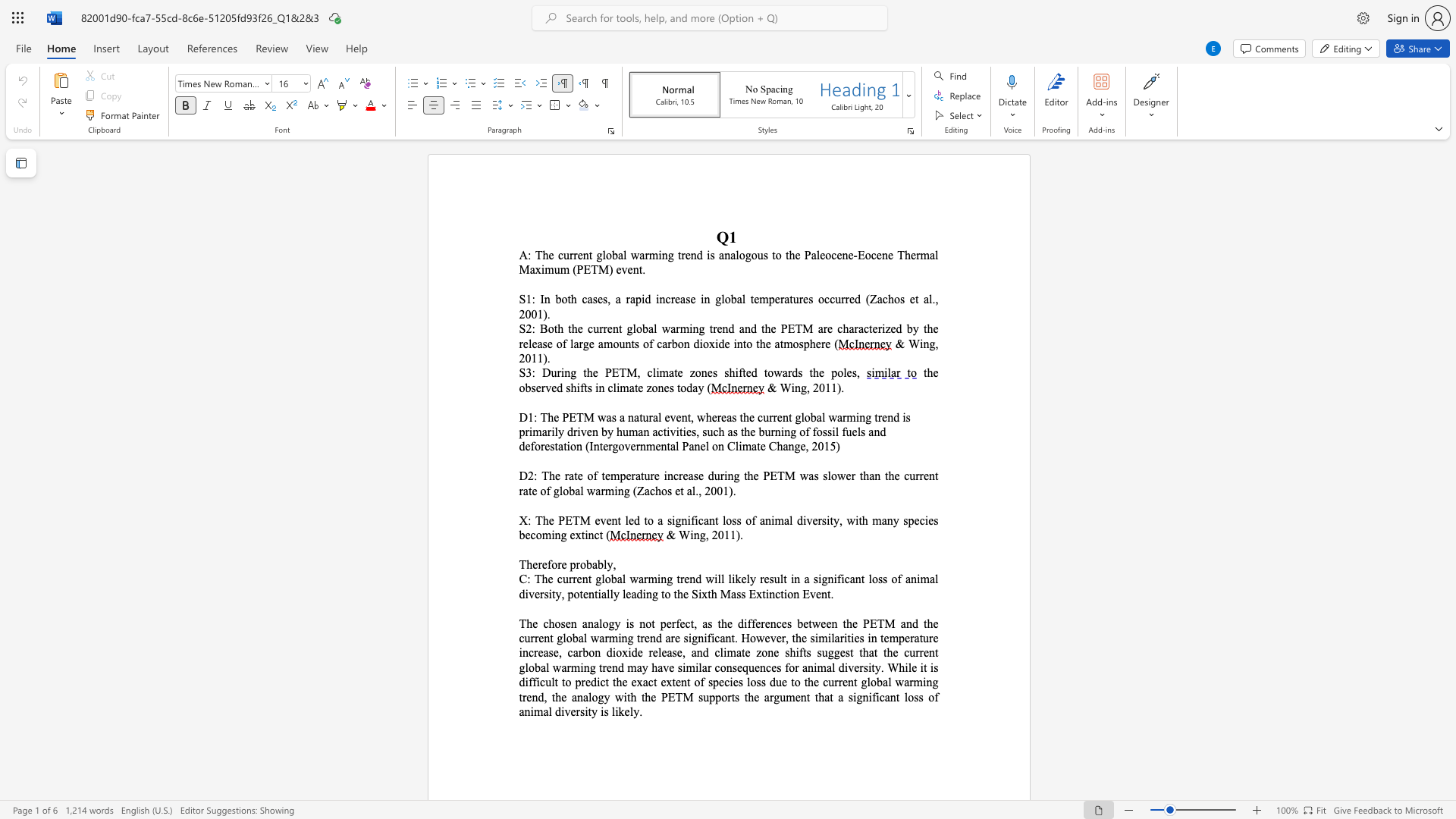 Image resolution: width=1456 pixels, height=819 pixels. I want to click on the subset text "ct (" within the text "X: The PETM event led to a significant loss of animal diversity, with many species becoming extinct (", so click(593, 534).